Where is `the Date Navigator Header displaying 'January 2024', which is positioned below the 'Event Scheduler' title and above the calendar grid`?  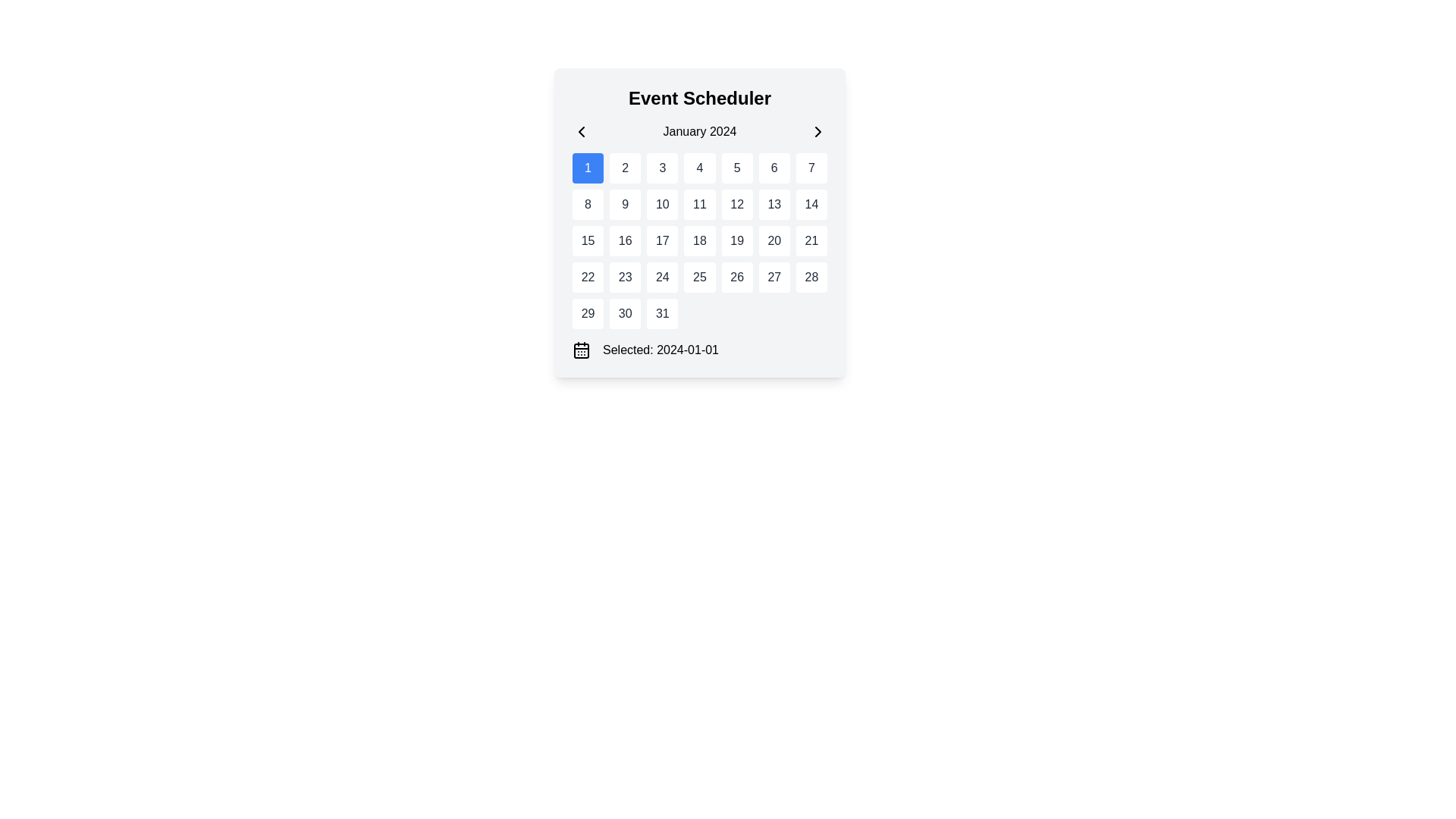 the Date Navigator Header displaying 'January 2024', which is positioned below the 'Event Scheduler' title and above the calendar grid is located at coordinates (698, 130).